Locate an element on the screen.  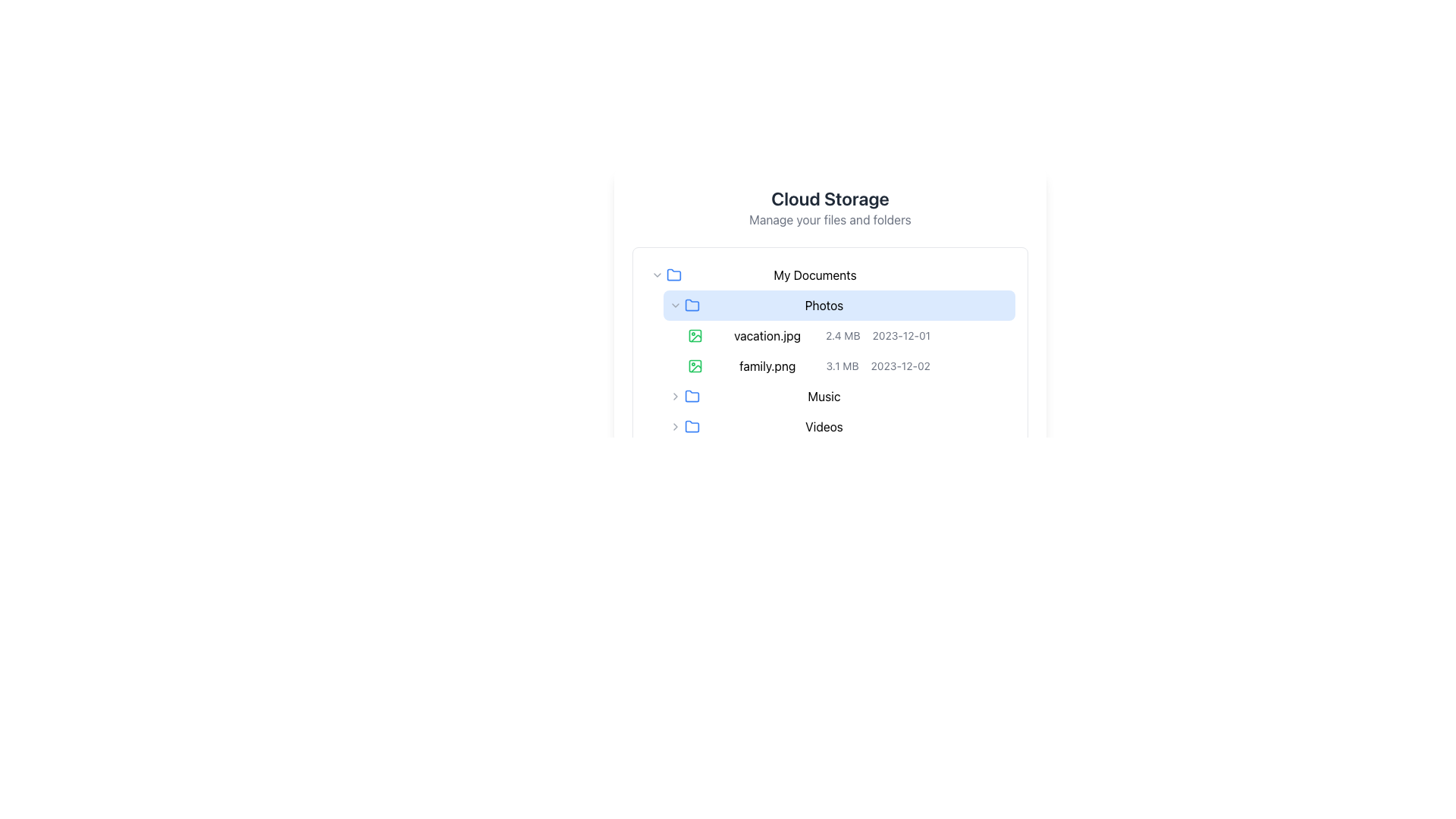
the folder icon located in the 'My Documents' section, which is to the right of a small arrow icon indicating collapsibility is located at coordinates (673, 275).